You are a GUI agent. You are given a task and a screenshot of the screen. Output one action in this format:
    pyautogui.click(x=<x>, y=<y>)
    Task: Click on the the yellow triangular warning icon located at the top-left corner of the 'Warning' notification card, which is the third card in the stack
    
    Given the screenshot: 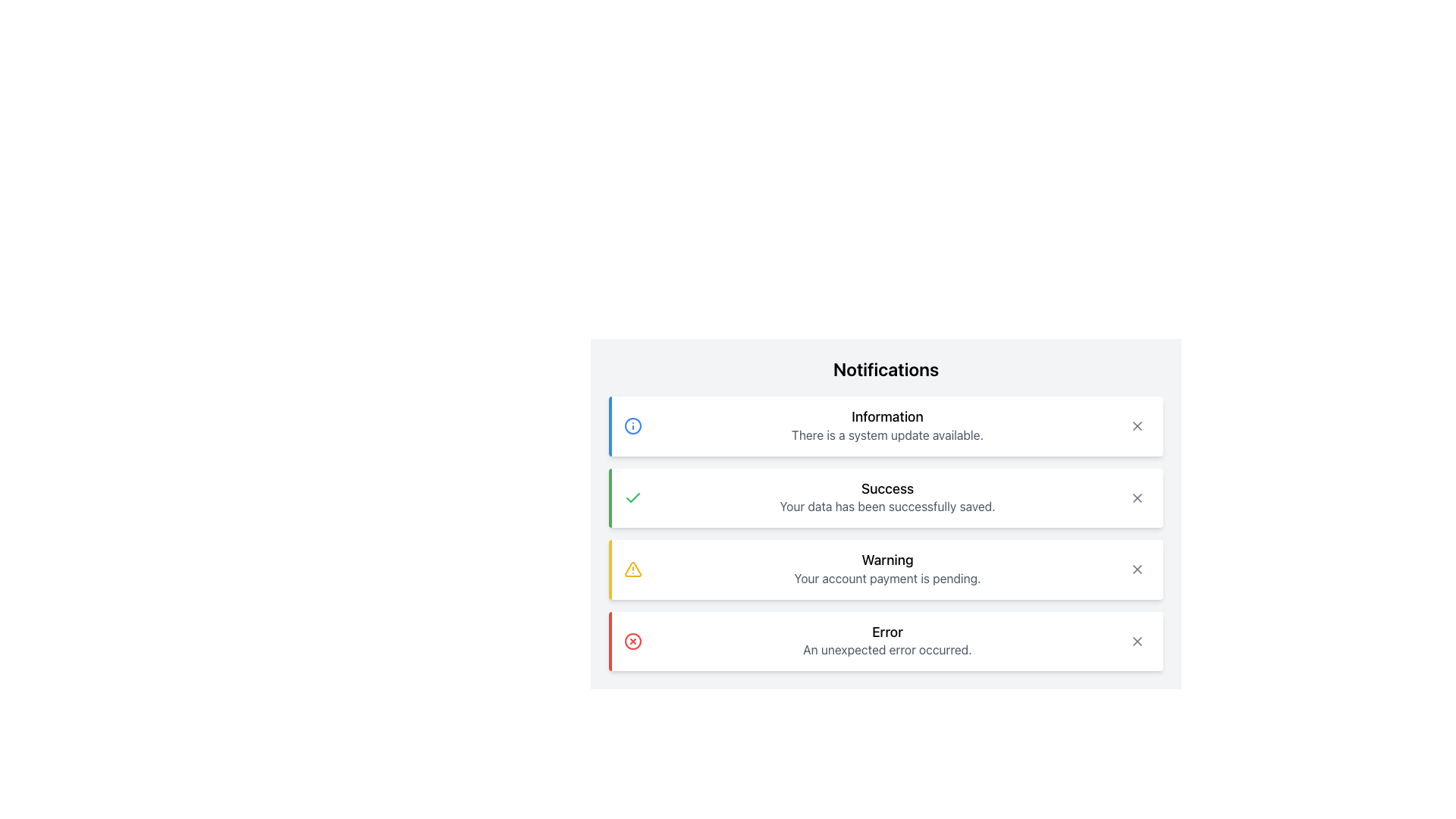 What is the action you would take?
    pyautogui.click(x=633, y=570)
    